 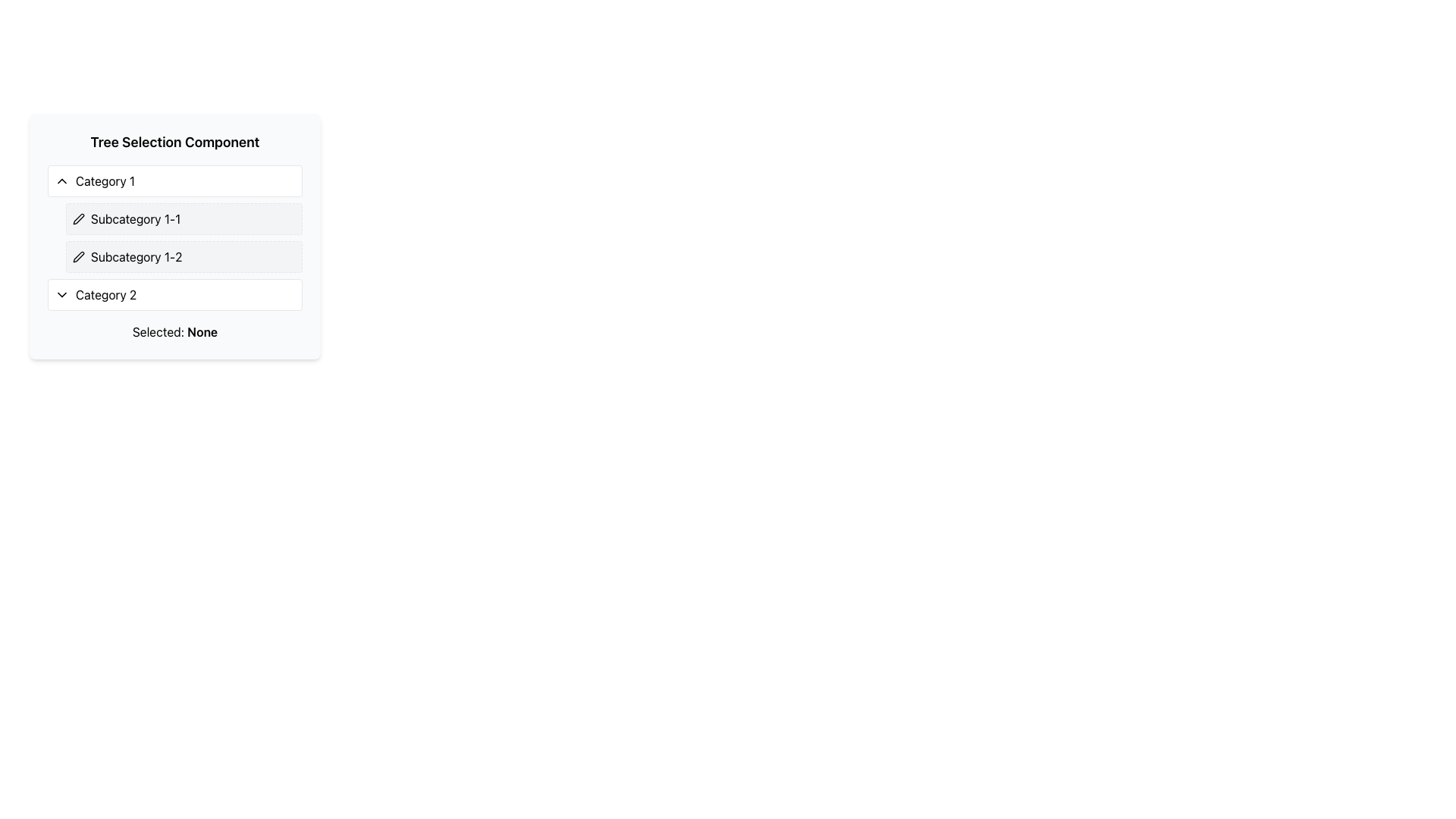 What do you see at coordinates (61, 295) in the screenshot?
I see `the chevron icon` at bounding box center [61, 295].